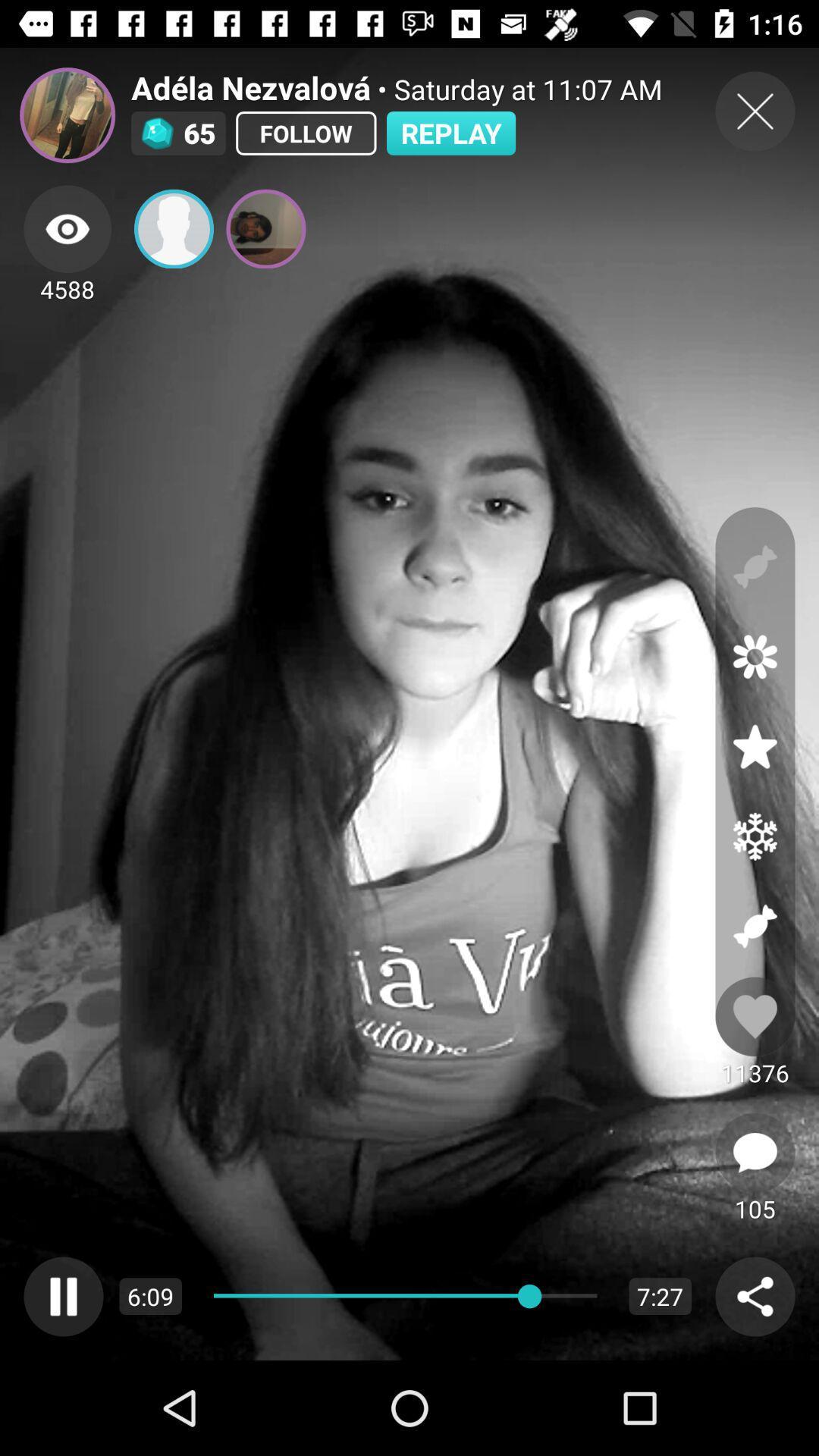  I want to click on the image, so click(265, 228).